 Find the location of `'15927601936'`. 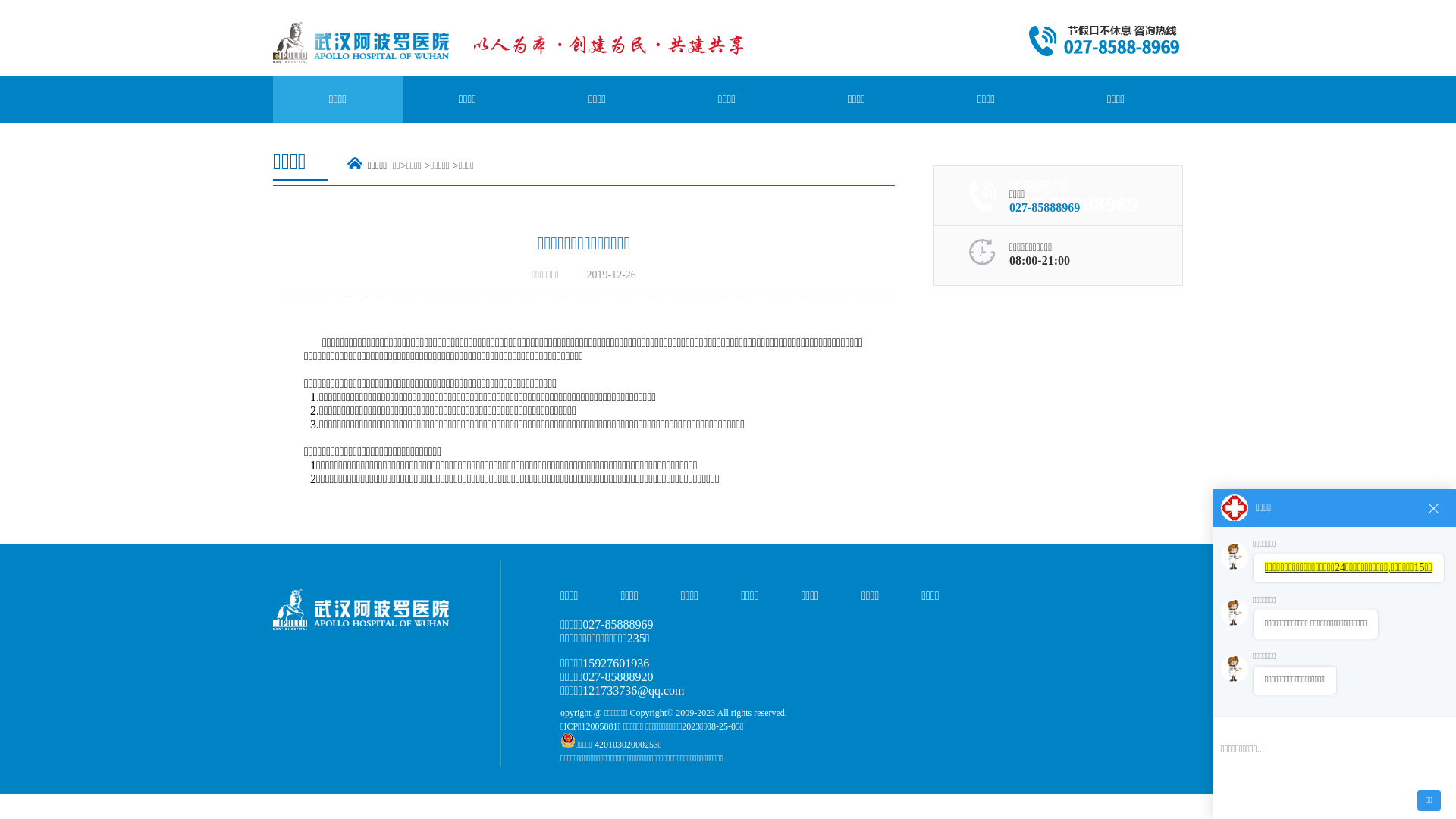

'15927601936' is located at coordinates (615, 662).